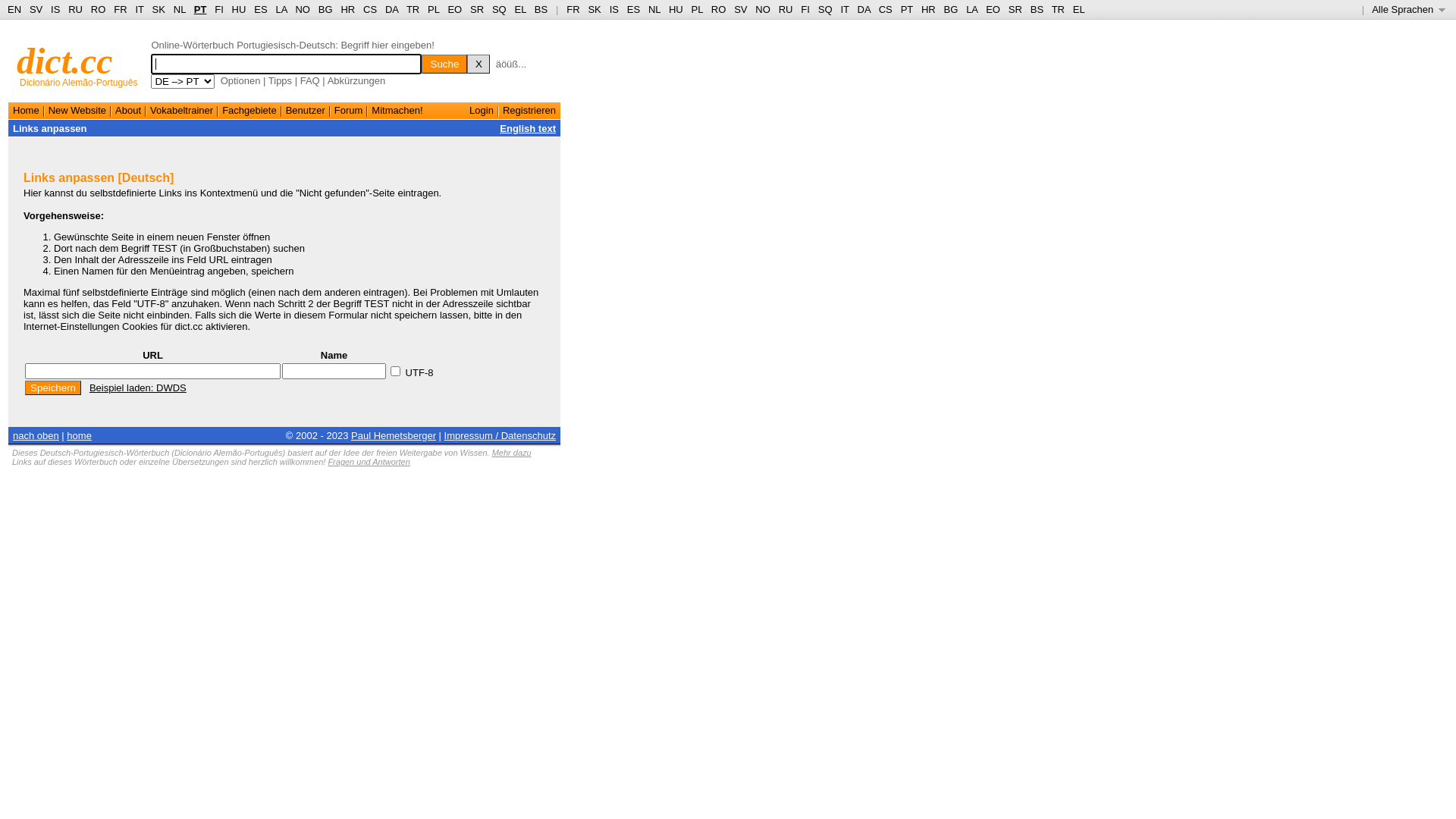 The image size is (1456, 819). I want to click on 'RU', so click(786, 9).